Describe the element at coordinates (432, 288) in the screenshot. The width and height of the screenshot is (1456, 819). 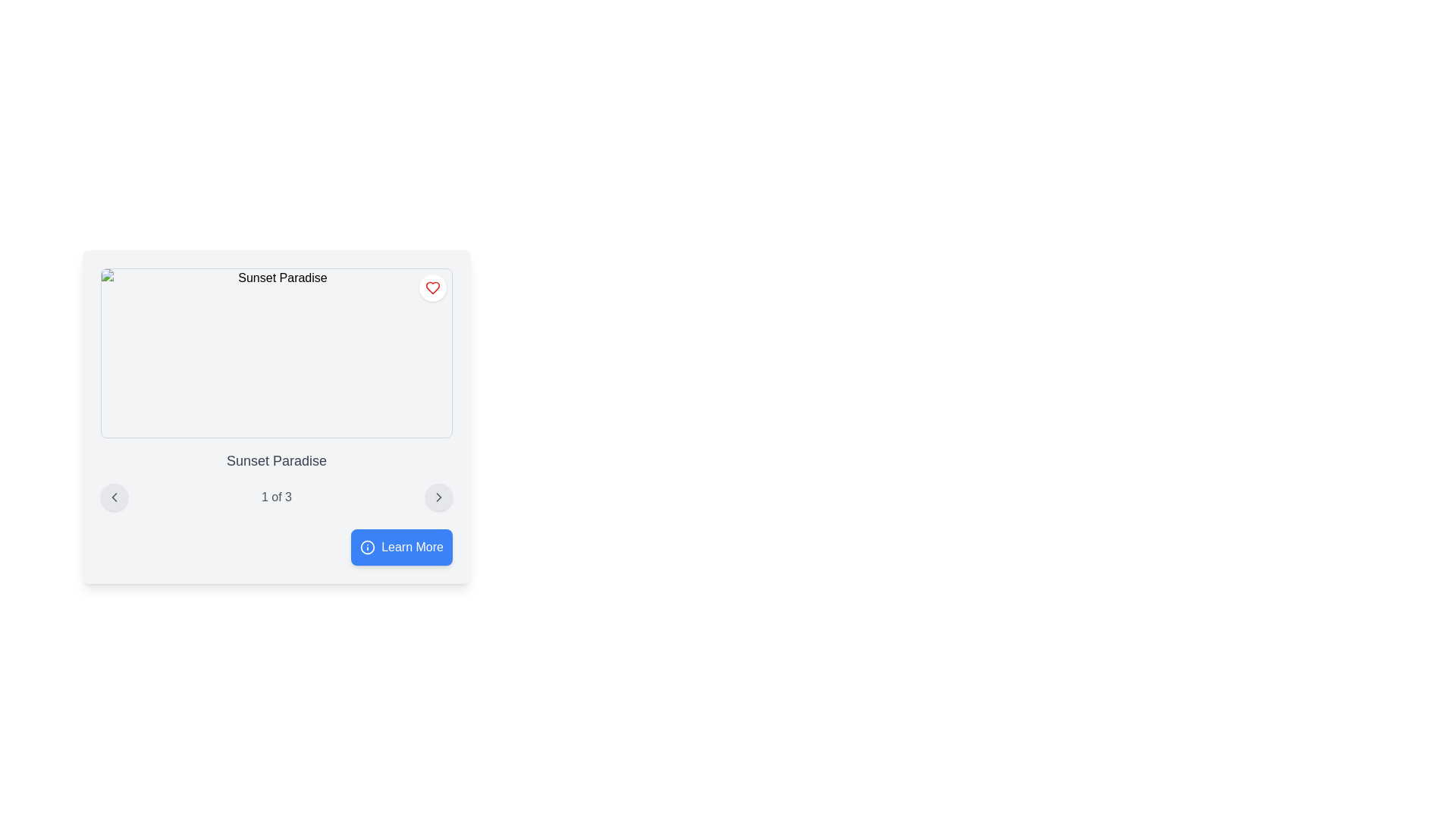
I see `the circular favorite button located near the top-right corner of the 'Sunset Paradise' image to potentially see a tooltip` at that location.